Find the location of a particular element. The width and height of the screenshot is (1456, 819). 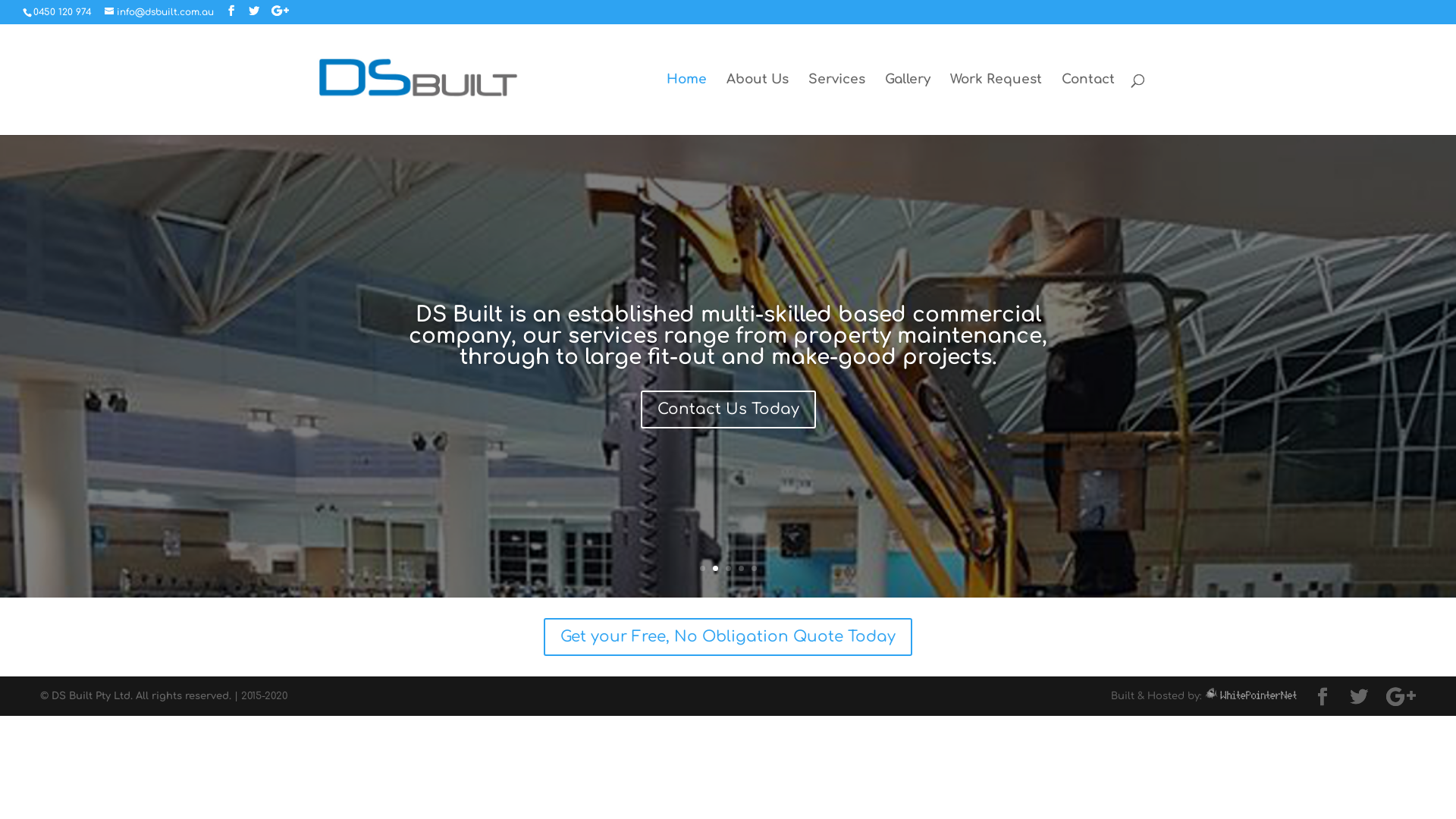

'DS Built Pty Ltd. All rights reserved.' is located at coordinates (51, 696).